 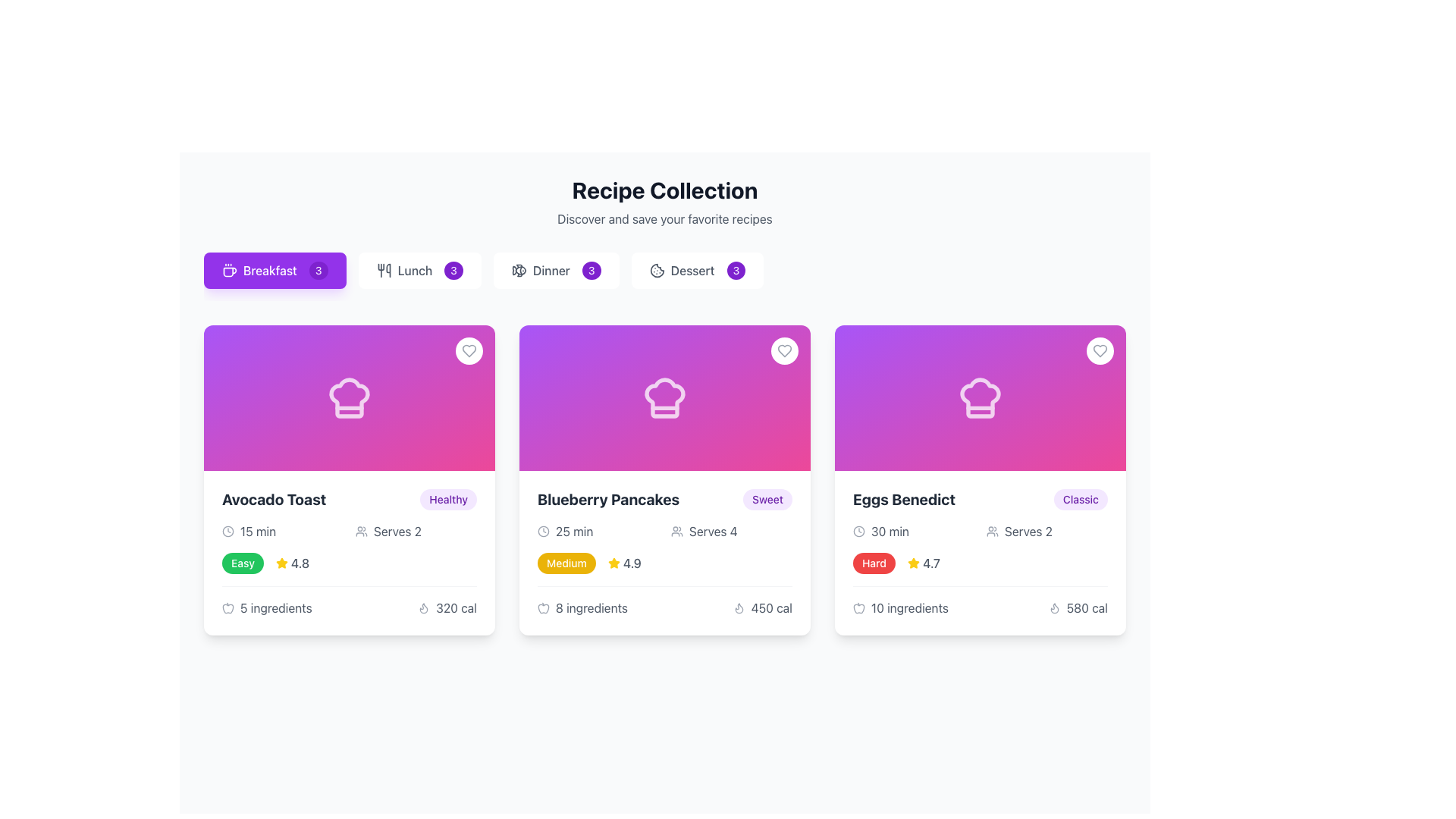 I want to click on the calorie count text displaying the calorie count for 'Avocado Toast', located in the bottom-right corner of the card, to the right of the flame icon, so click(x=456, y=607).